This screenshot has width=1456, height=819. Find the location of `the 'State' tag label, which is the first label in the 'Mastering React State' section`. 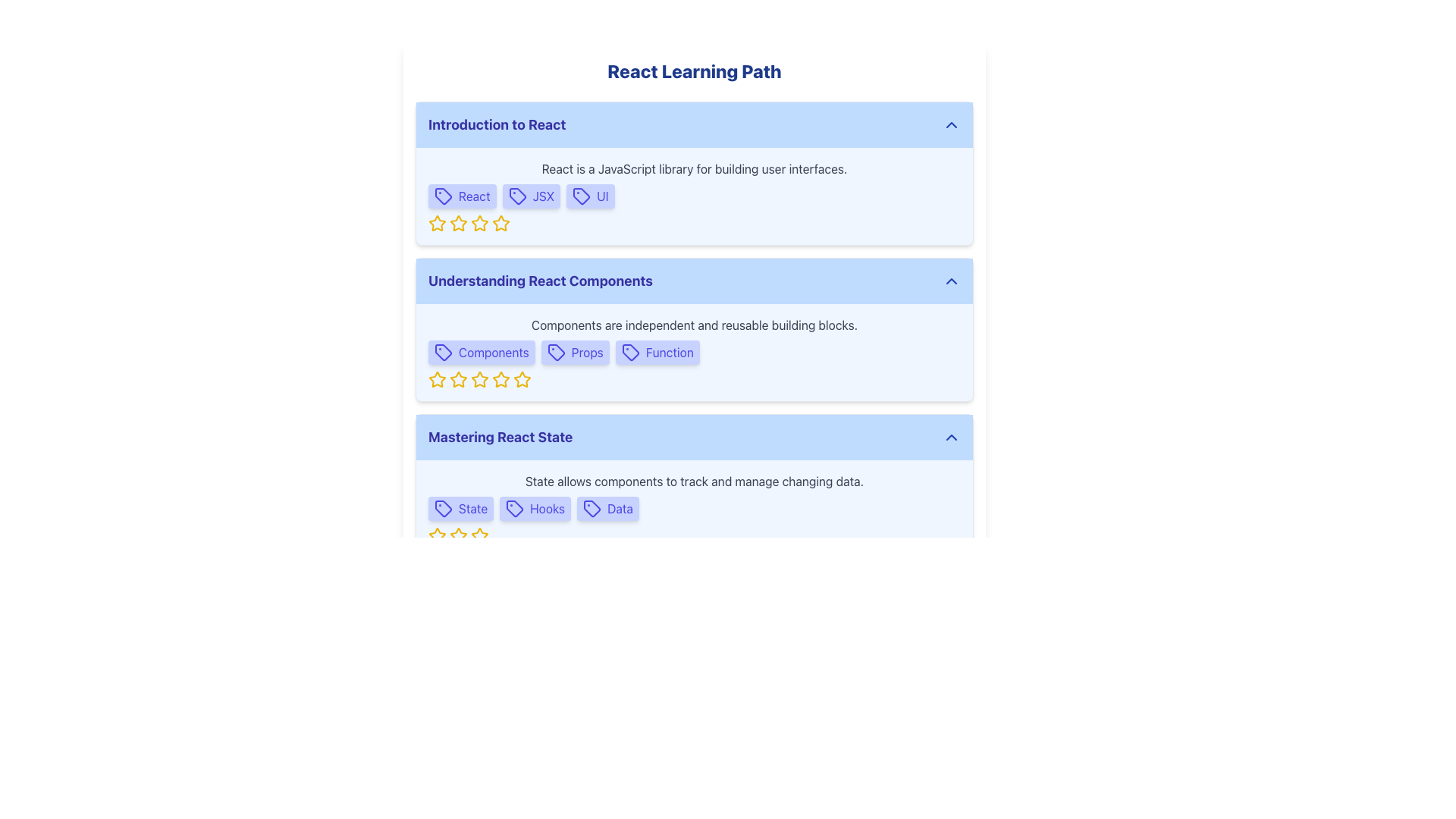

the 'State' tag label, which is the first label in the 'Mastering React State' section is located at coordinates (460, 509).